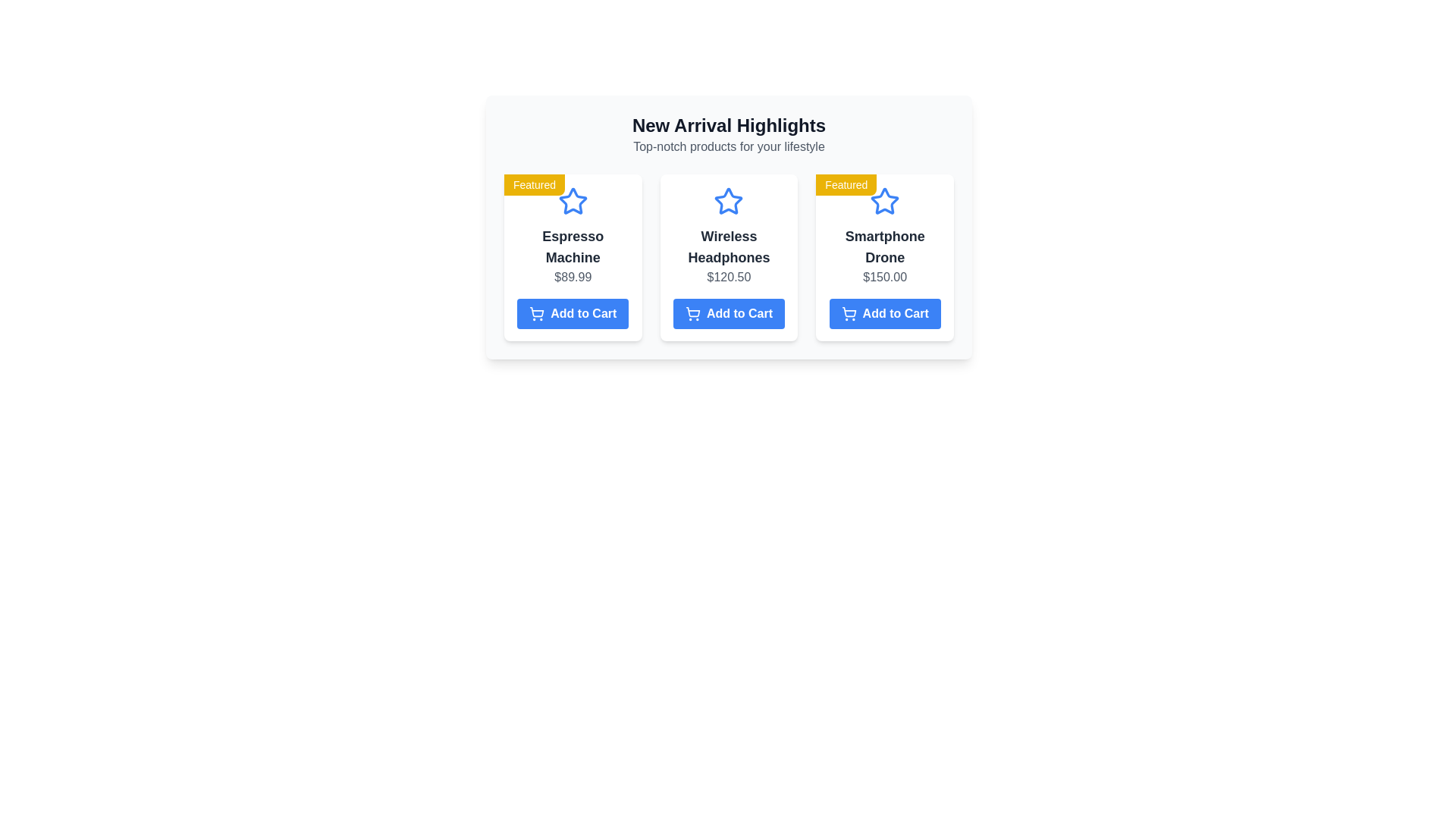 The width and height of the screenshot is (1456, 819). Describe the element at coordinates (848, 312) in the screenshot. I see `the shopping cart icon located within the 'Add to Cart' button for the 'Smartphone Drone' product` at that location.